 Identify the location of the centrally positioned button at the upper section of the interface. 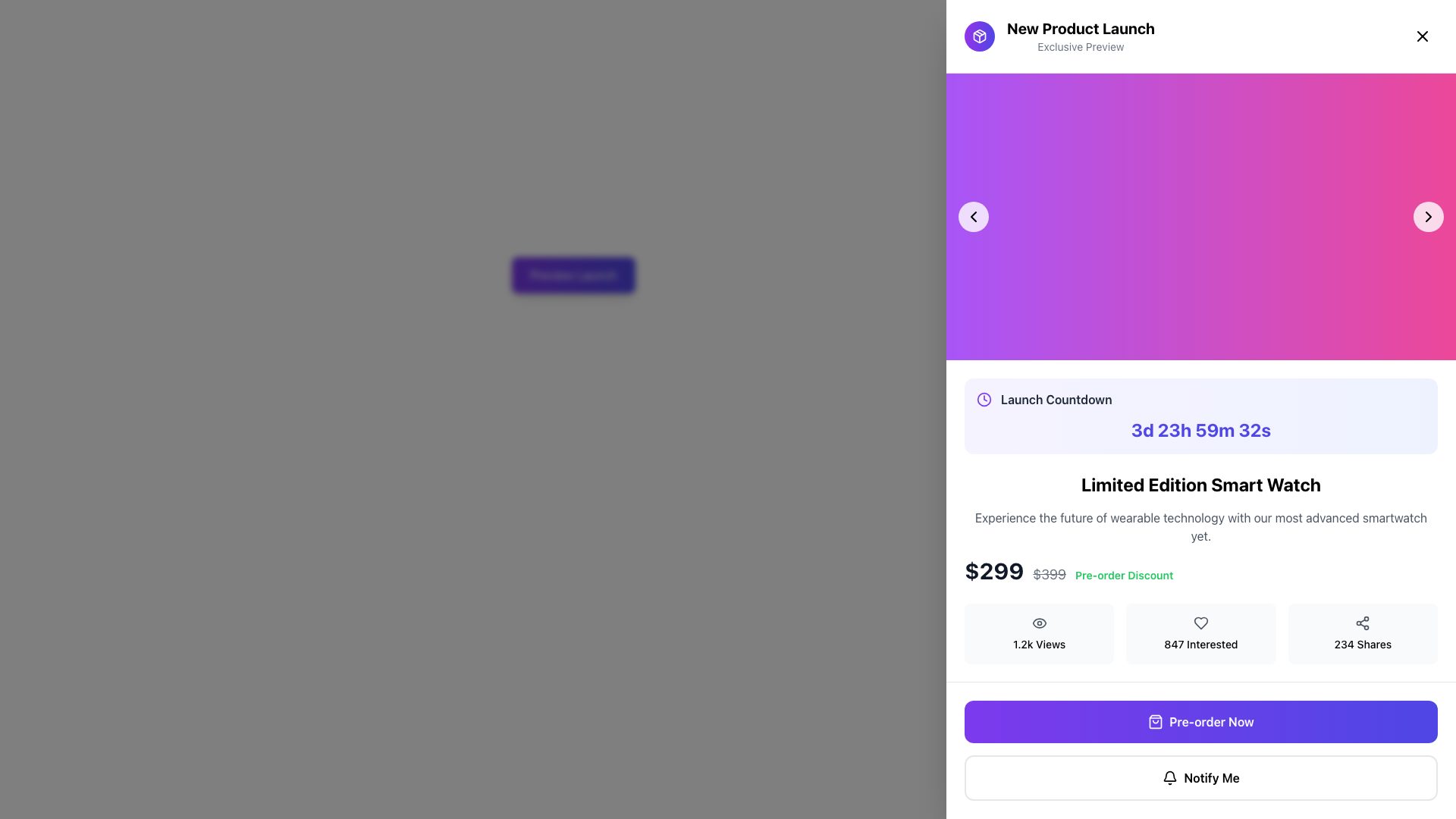
(573, 275).